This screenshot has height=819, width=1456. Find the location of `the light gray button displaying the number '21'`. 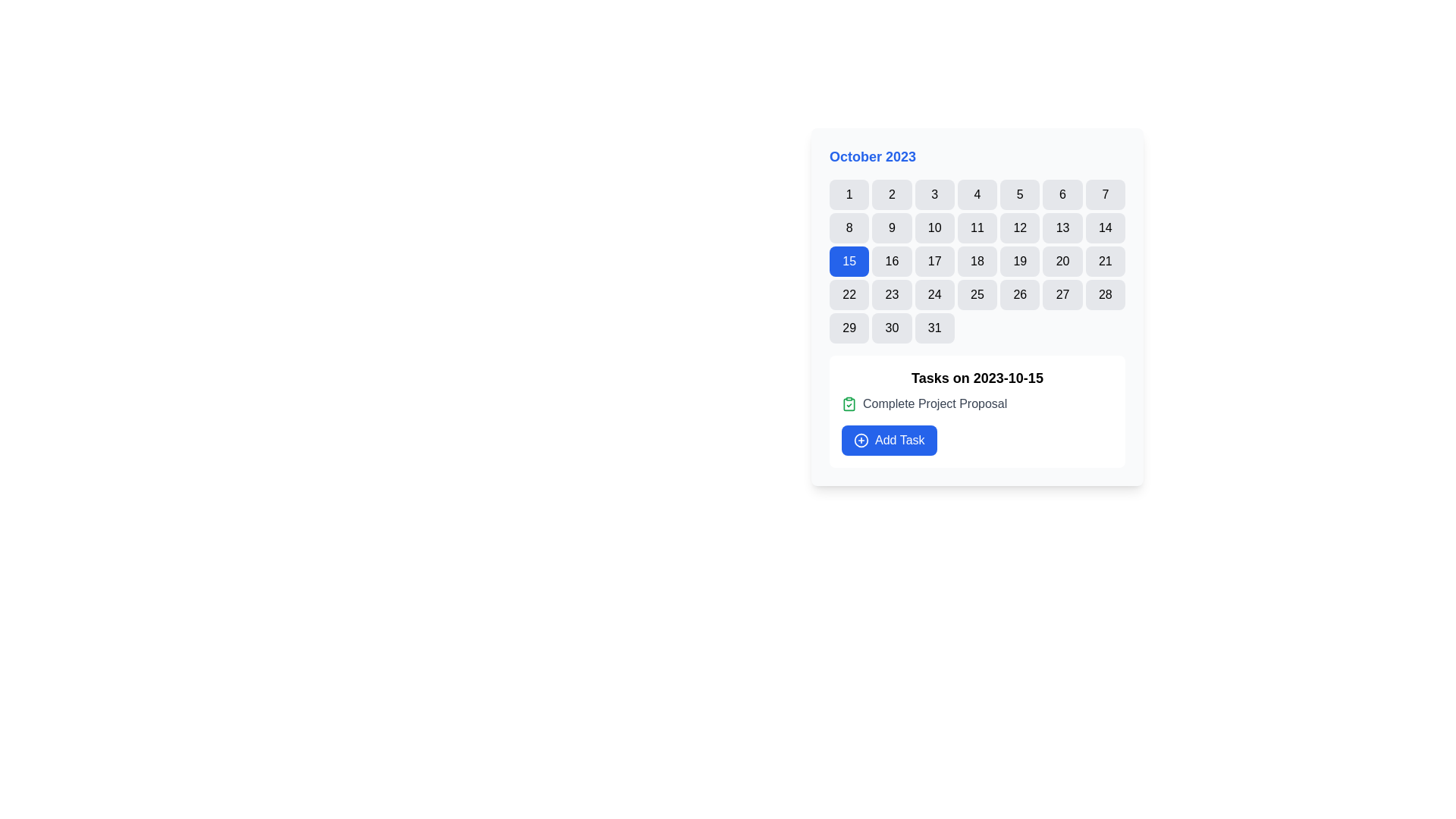

the light gray button displaying the number '21' is located at coordinates (1105, 260).